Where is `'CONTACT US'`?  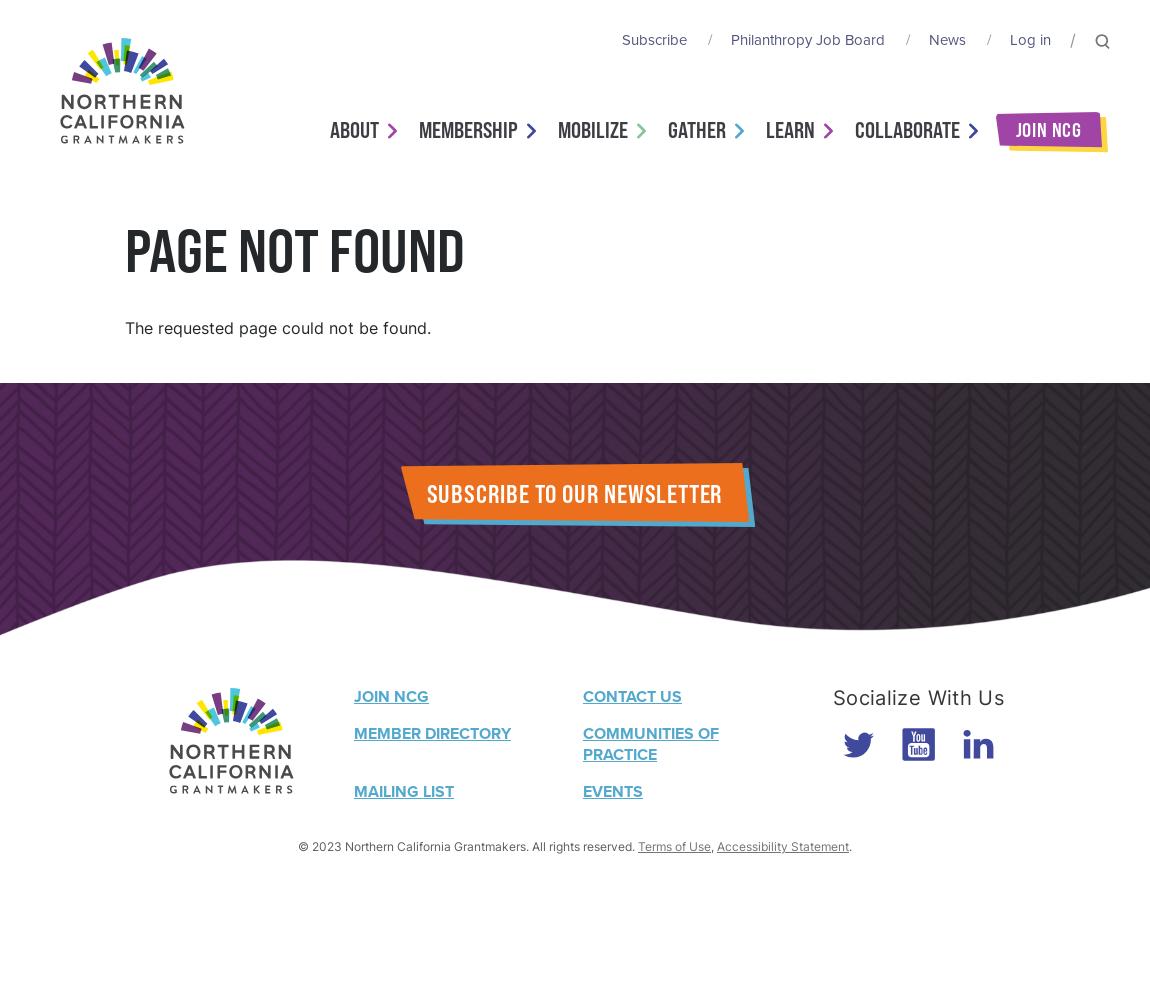 'CONTACT US' is located at coordinates (631, 695).